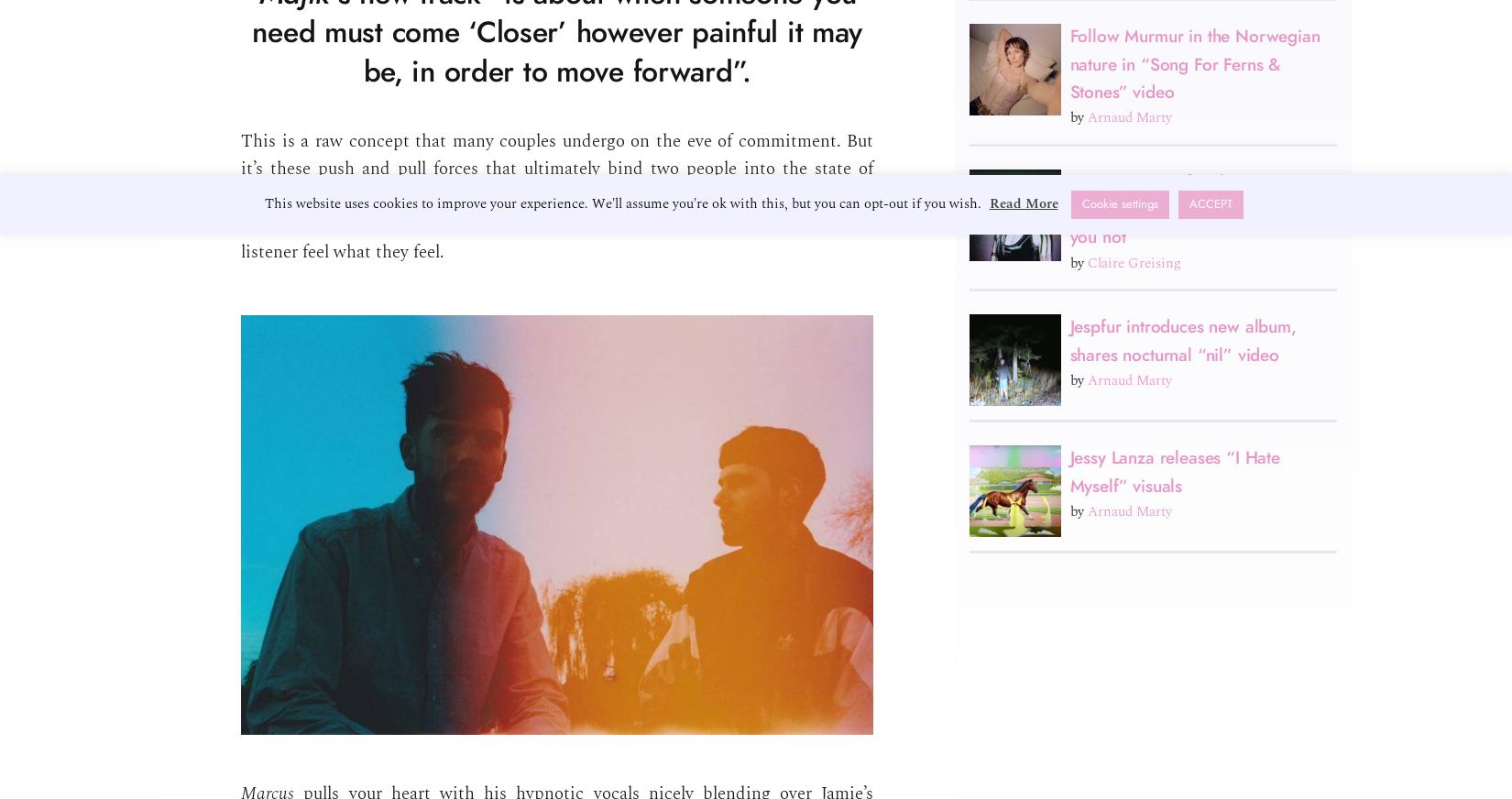  What do you see at coordinates (1081, 202) in the screenshot?
I see `'Cookie settings'` at bounding box center [1081, 202].